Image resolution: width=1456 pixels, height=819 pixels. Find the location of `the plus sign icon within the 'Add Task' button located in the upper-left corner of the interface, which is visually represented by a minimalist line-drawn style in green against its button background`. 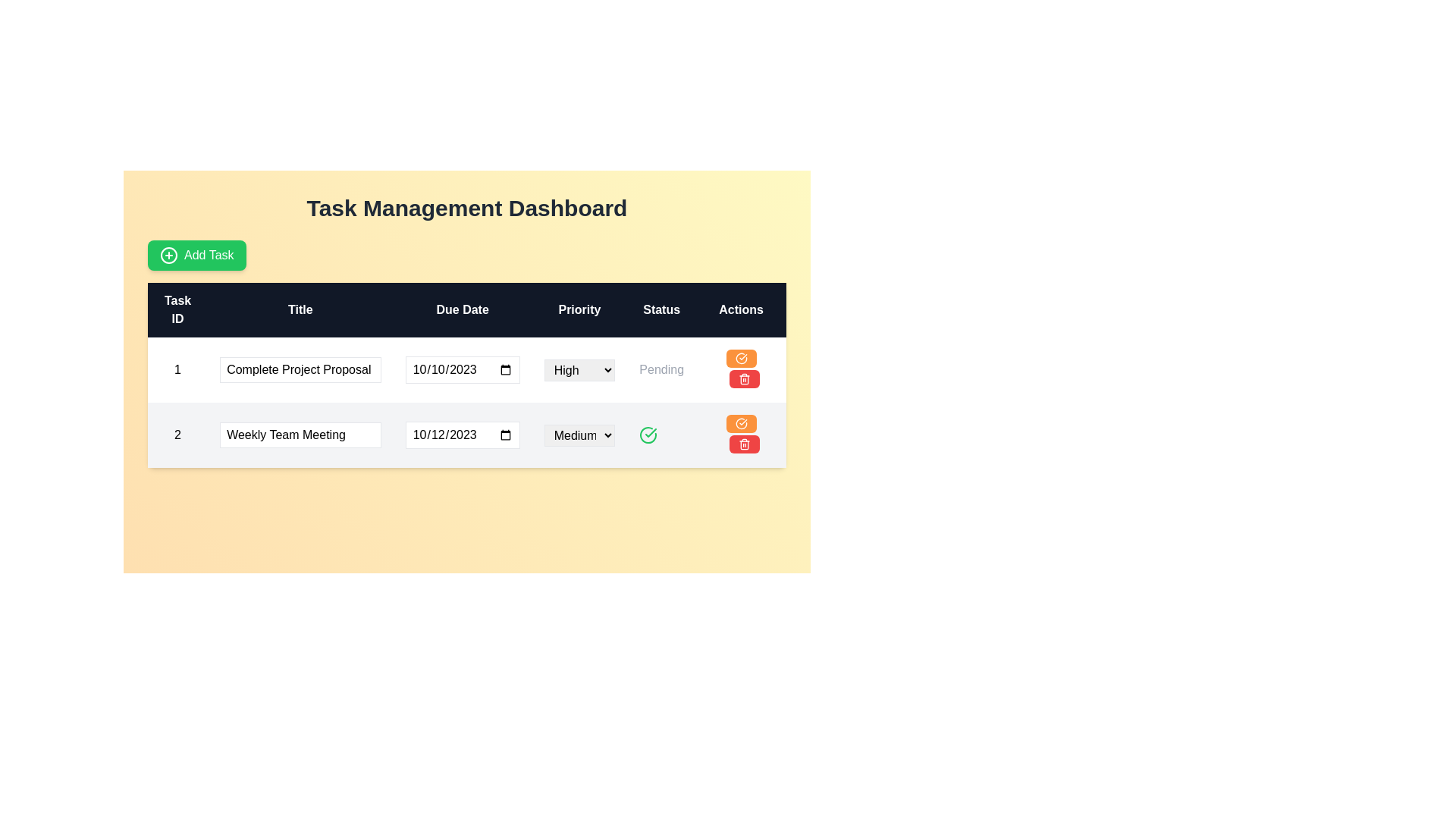

the plus sign icon within the 'Add Task' button located in the upper-left corner of the interface, which is visually represented by a minimalist line-drawn style in green against its button background is located at coordinates (168, 254).